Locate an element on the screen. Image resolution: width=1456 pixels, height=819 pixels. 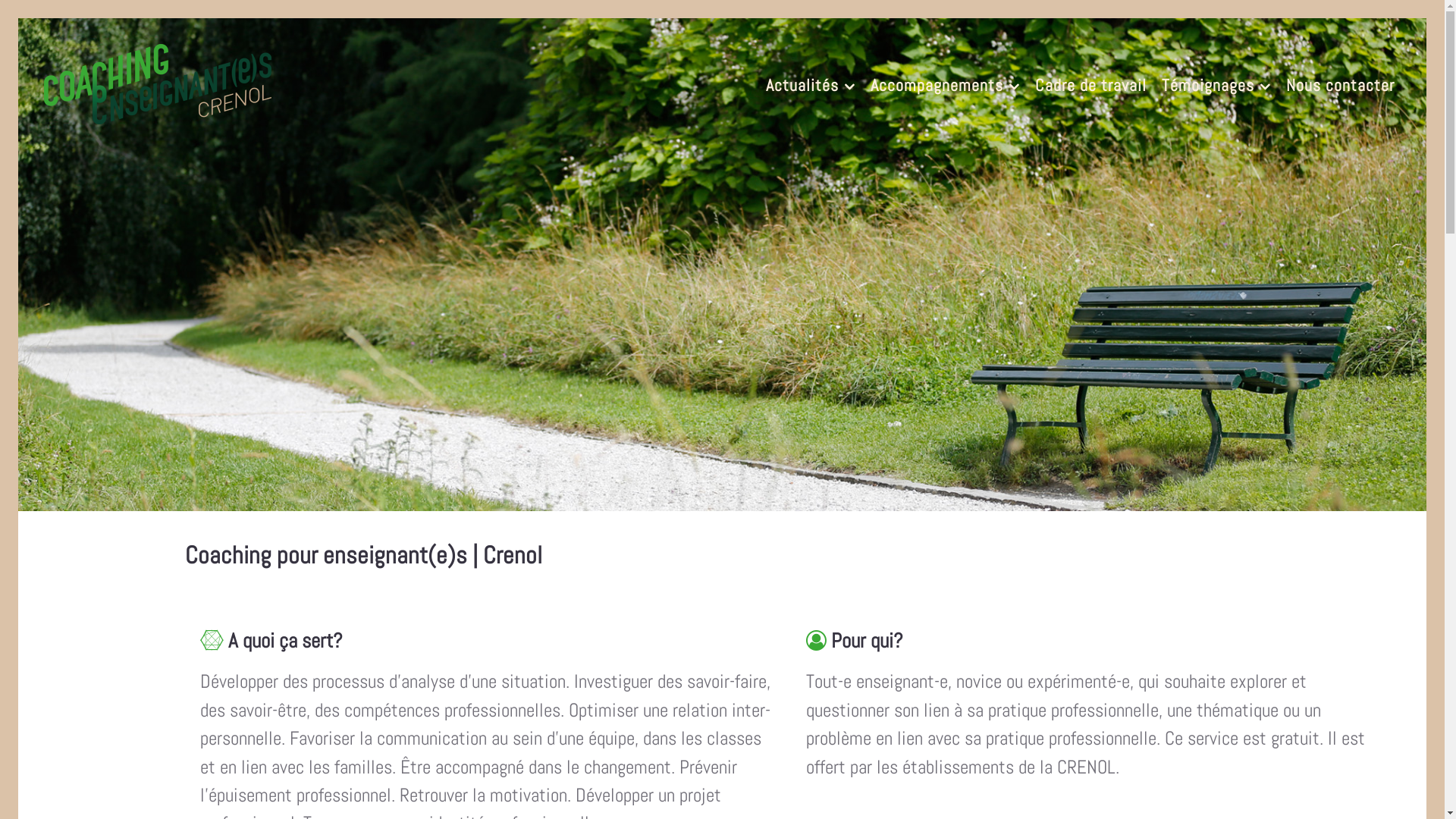
'Accompagnements' is located at coordinates (864, 84).